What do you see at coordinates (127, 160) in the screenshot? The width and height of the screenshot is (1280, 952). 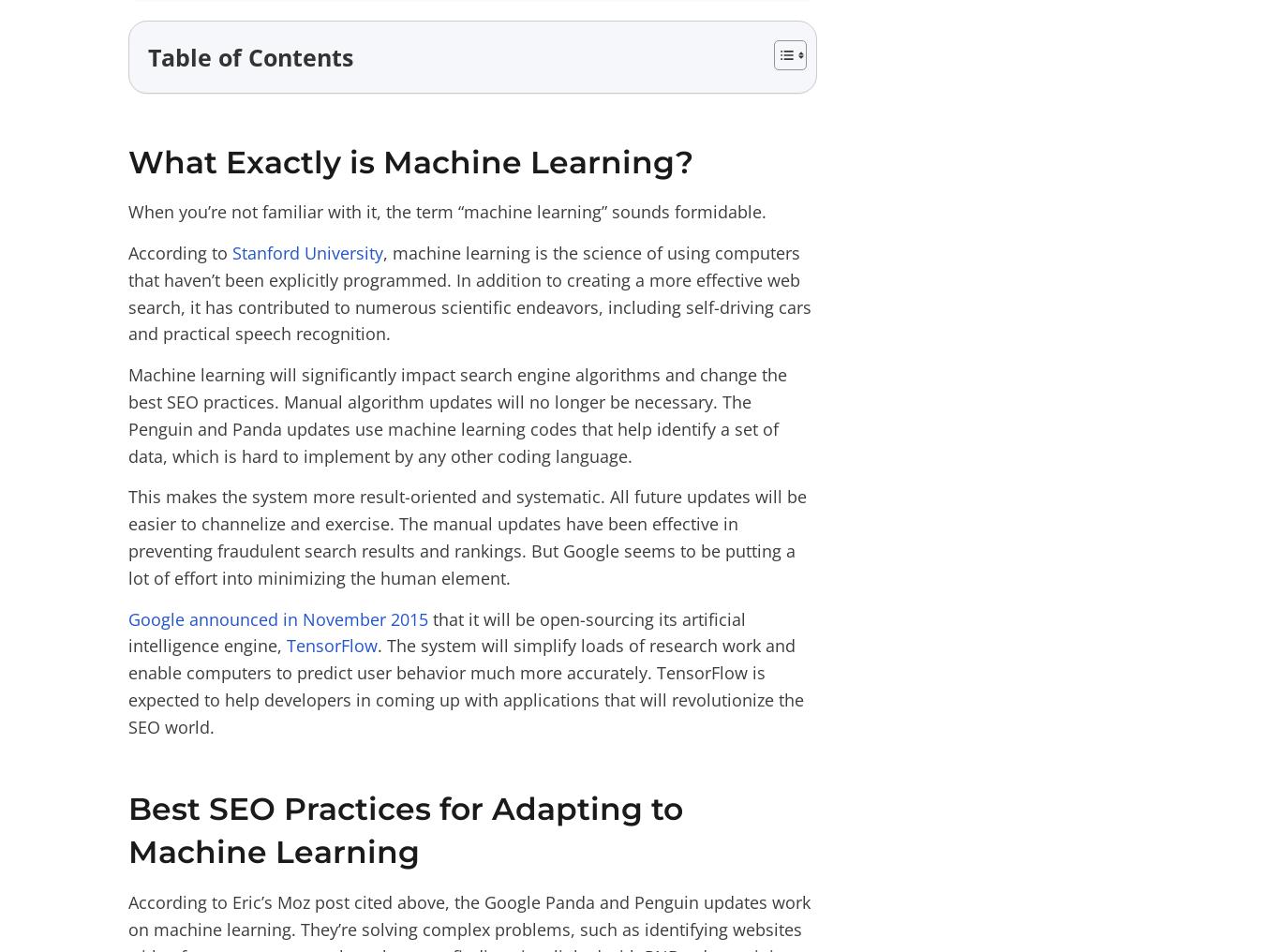 I see `'What Exactly is Machine Learning?'` at bounding box center [127, 160].